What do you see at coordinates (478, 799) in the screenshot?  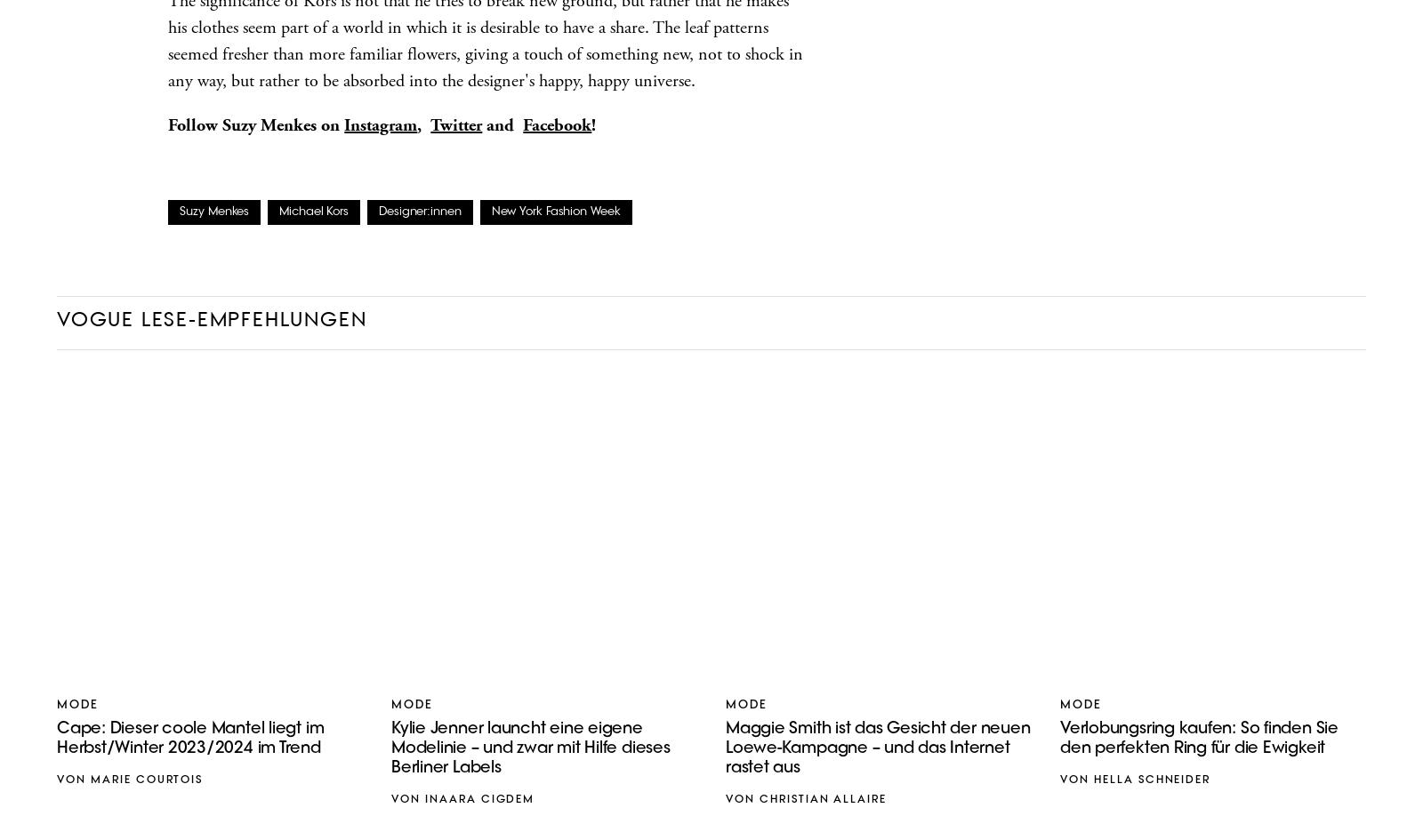 I see `'Inaara Cigdem'` at bounding box center [478, 799].